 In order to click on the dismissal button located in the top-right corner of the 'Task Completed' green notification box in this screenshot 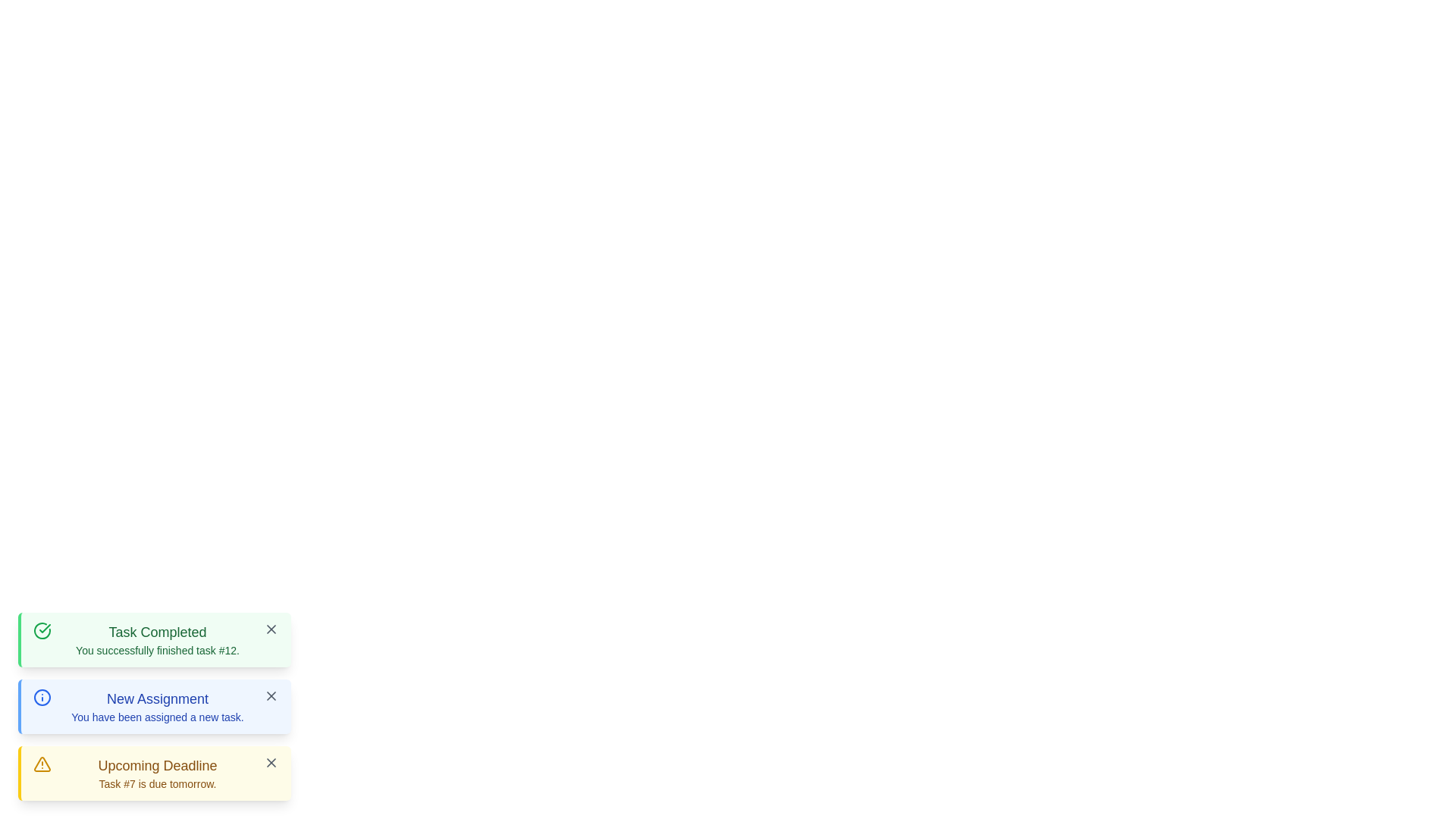, I will do `click(271, 629)`.